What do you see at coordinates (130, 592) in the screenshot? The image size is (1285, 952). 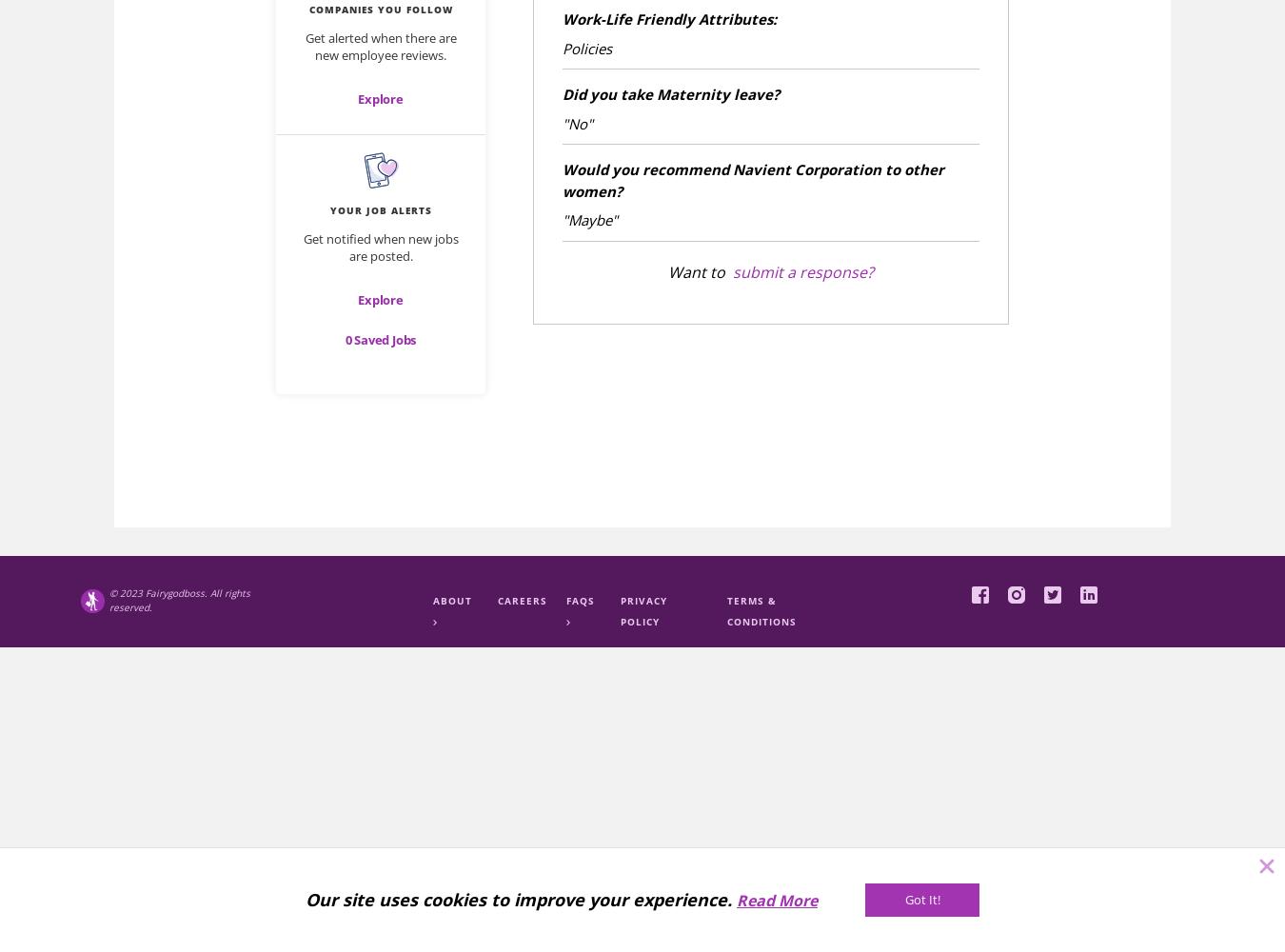 I see `'2023'` at bounding box center [130, 592].